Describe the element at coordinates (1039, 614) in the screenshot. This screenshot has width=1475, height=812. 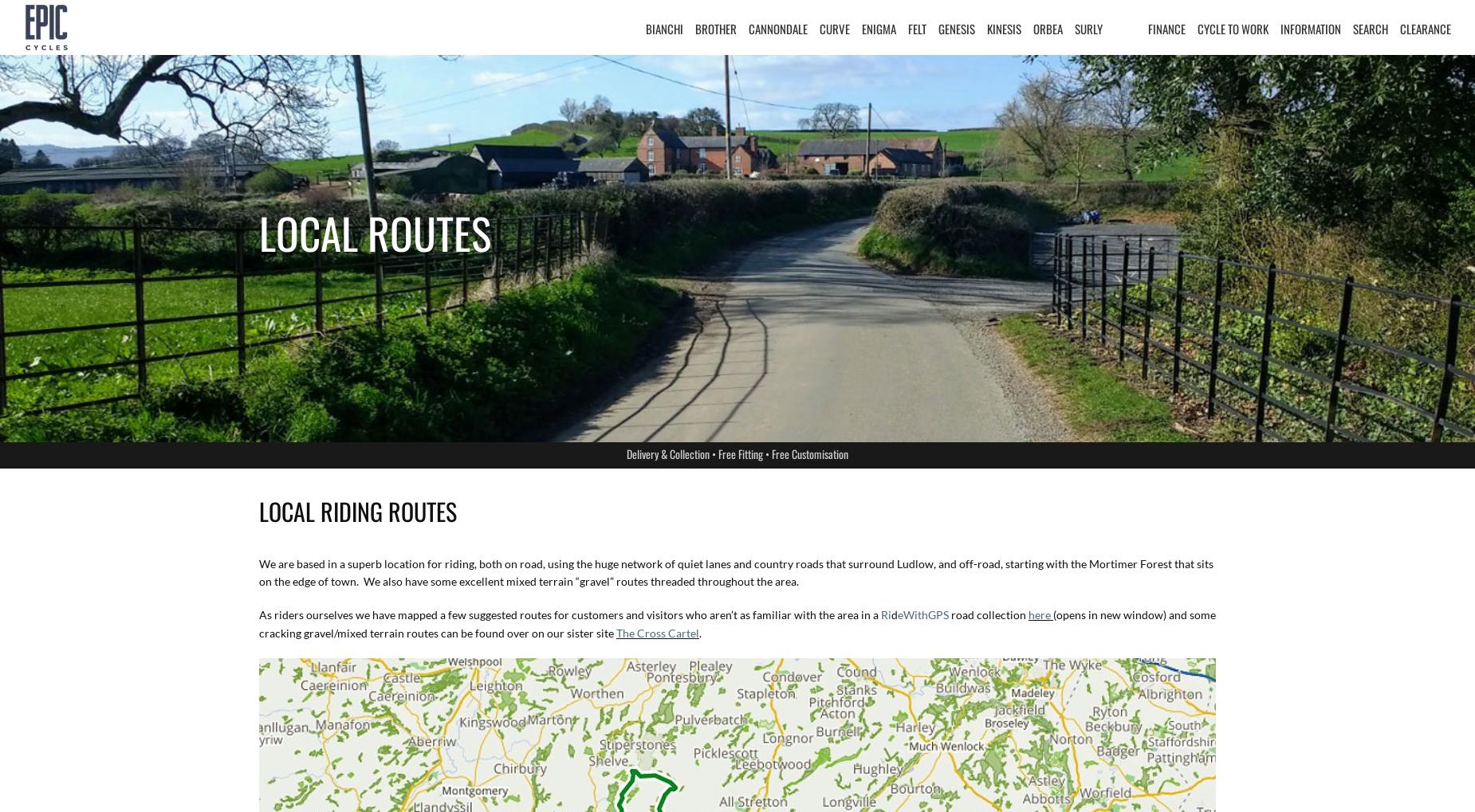
I see `'here'` at that location.